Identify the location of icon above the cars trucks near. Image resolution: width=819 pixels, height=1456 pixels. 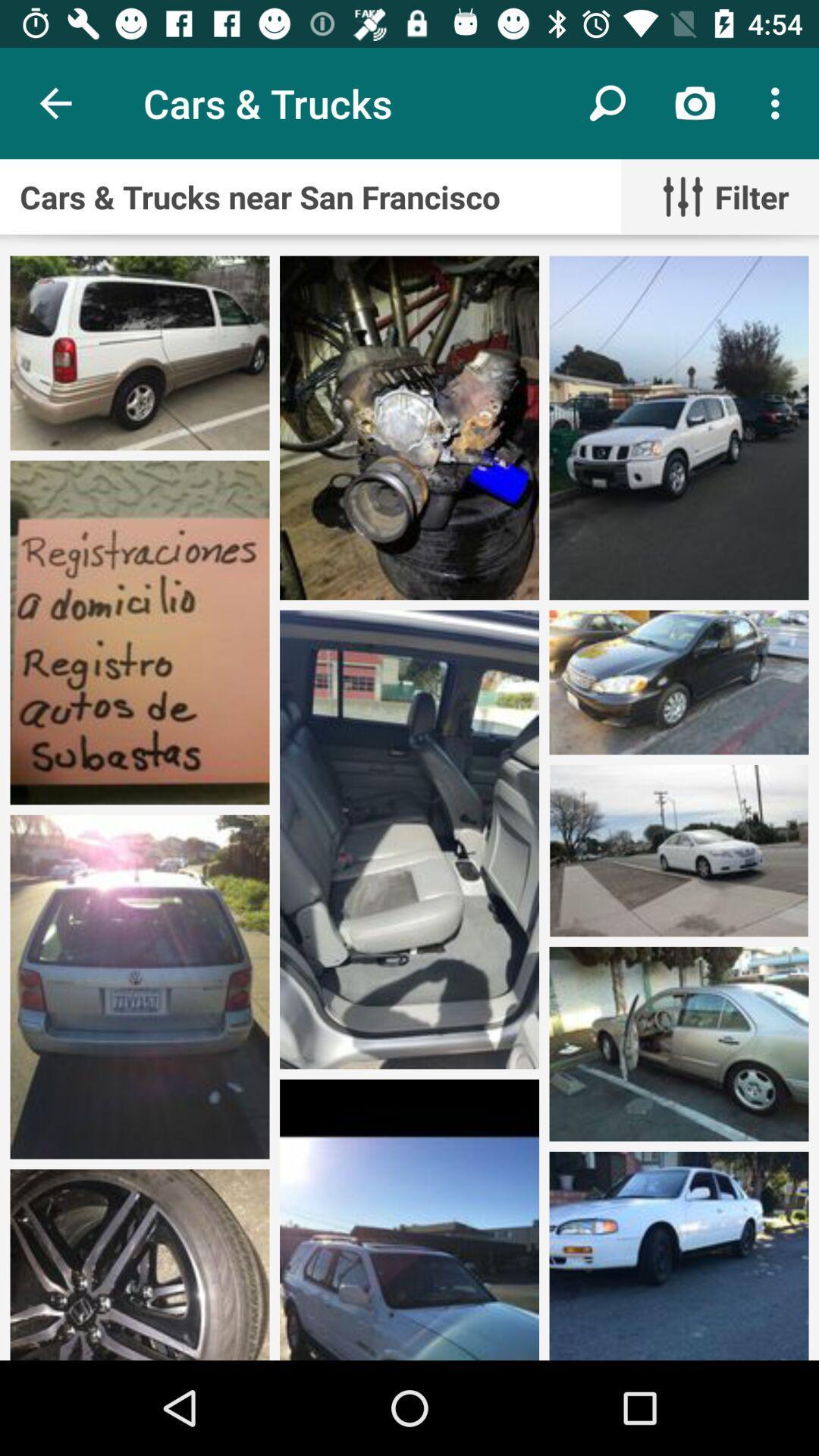
(55, 102).